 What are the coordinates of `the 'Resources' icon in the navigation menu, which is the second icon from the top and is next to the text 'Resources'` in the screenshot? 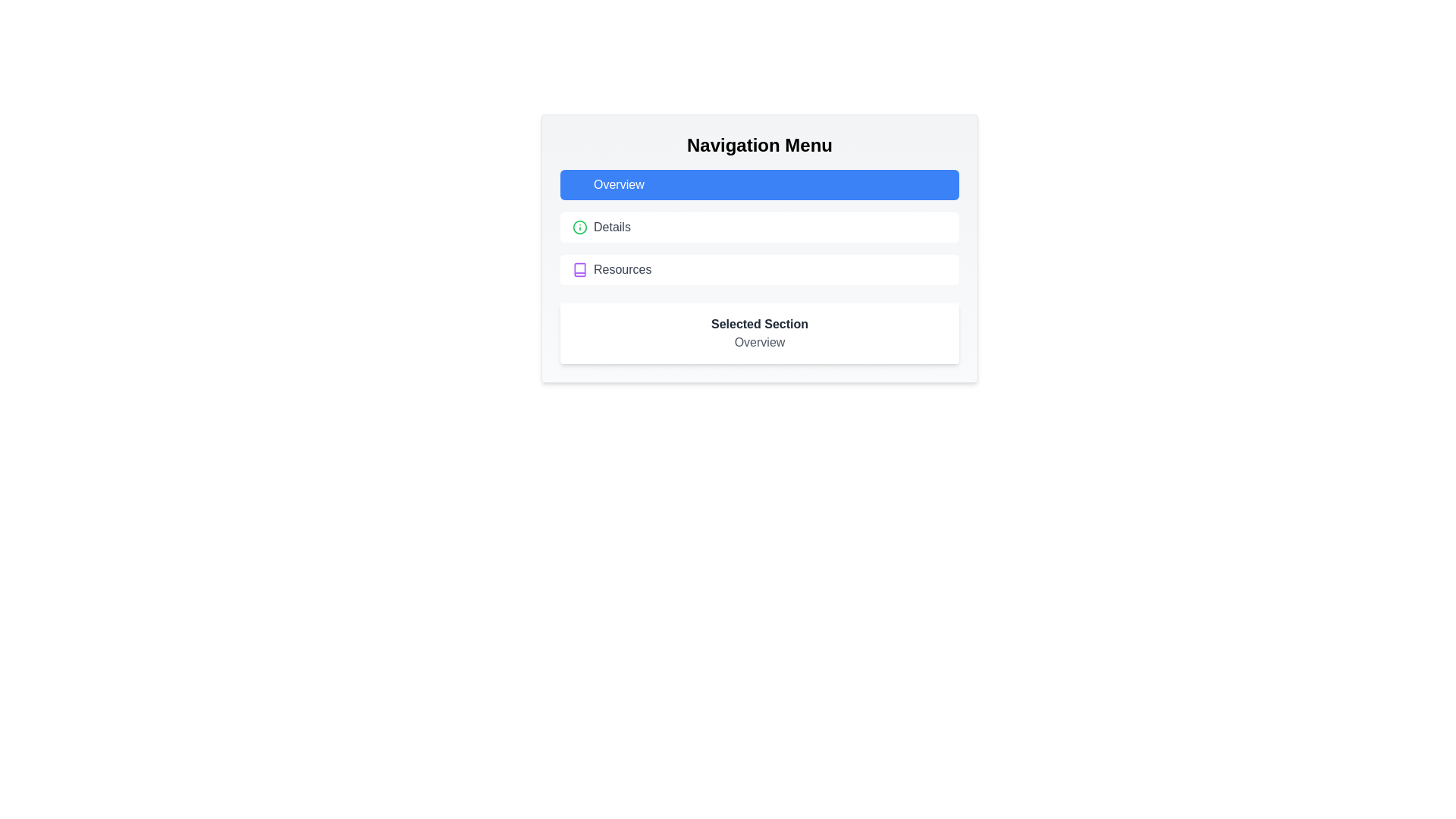 It's located at (579, 268).